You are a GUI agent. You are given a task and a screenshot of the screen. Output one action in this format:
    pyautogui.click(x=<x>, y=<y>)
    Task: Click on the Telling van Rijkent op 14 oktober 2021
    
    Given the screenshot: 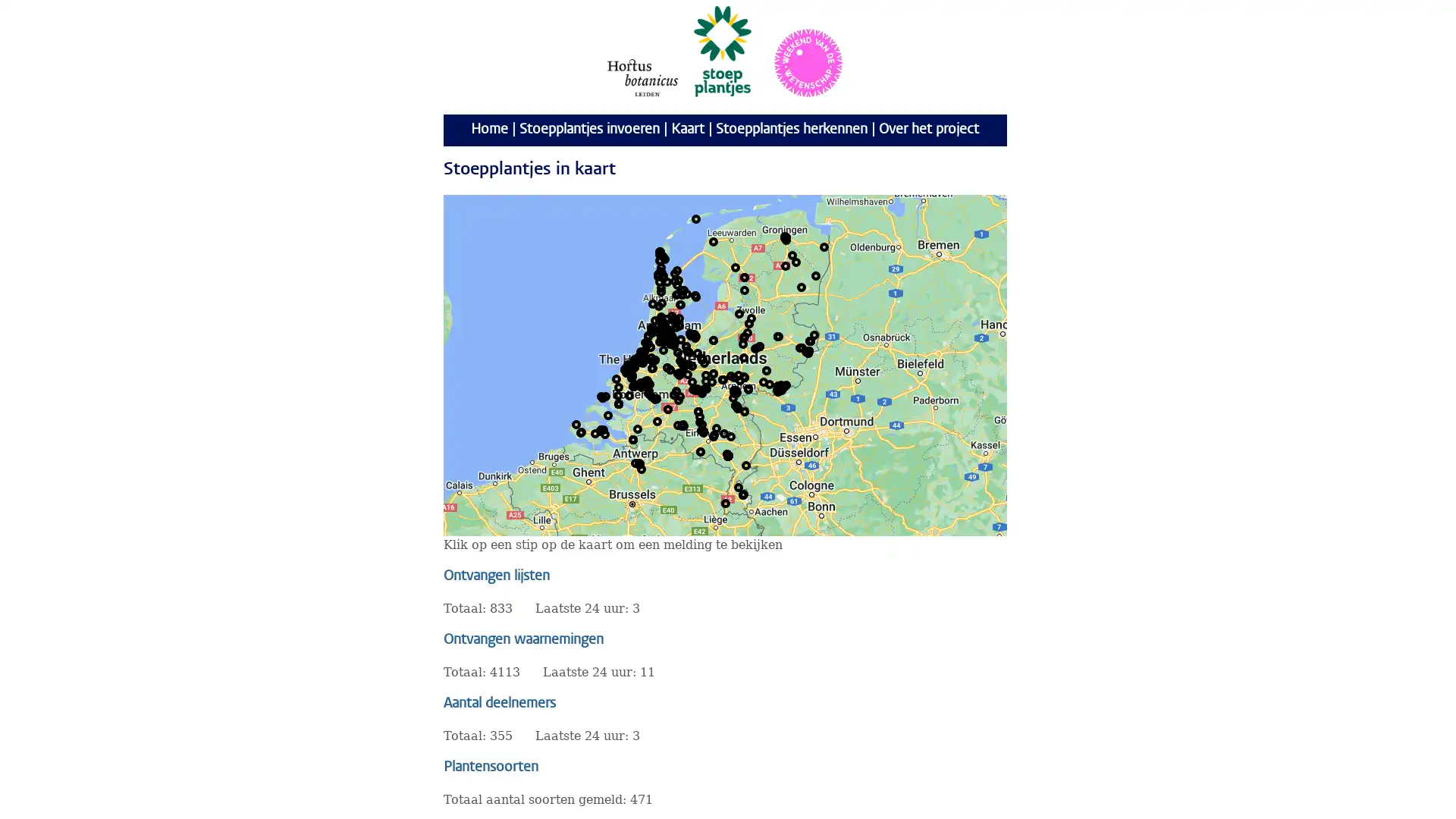 What is the action you would take?
    pyautogui.click(x=779, y=335)
    